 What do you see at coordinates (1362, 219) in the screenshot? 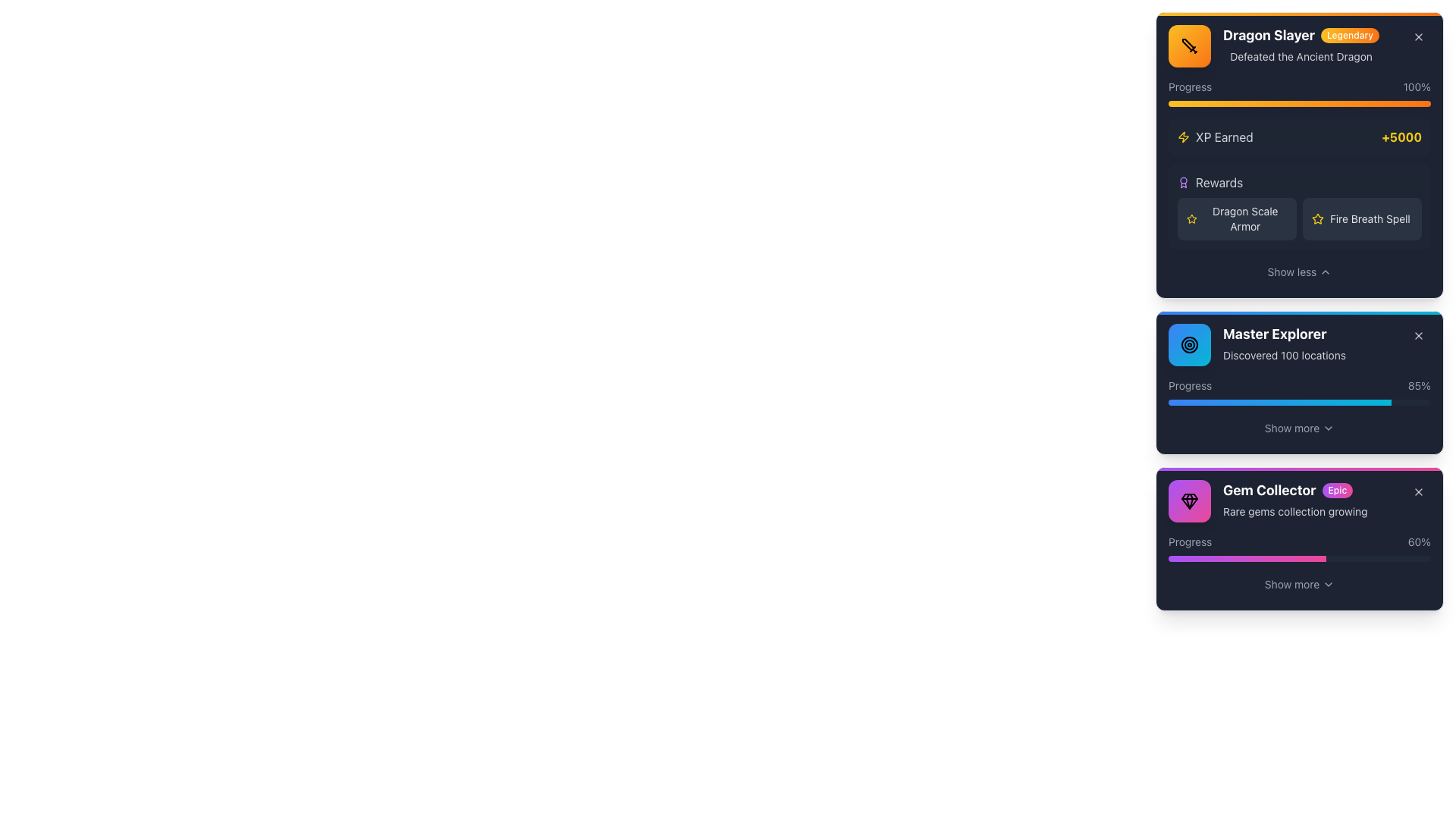
I see `text of the reward label representing the 'Fire Breath Spell' under the 'Dragon Slayer' achievement, which is the second item in the grid layout` at bounding box center [1362, 219].